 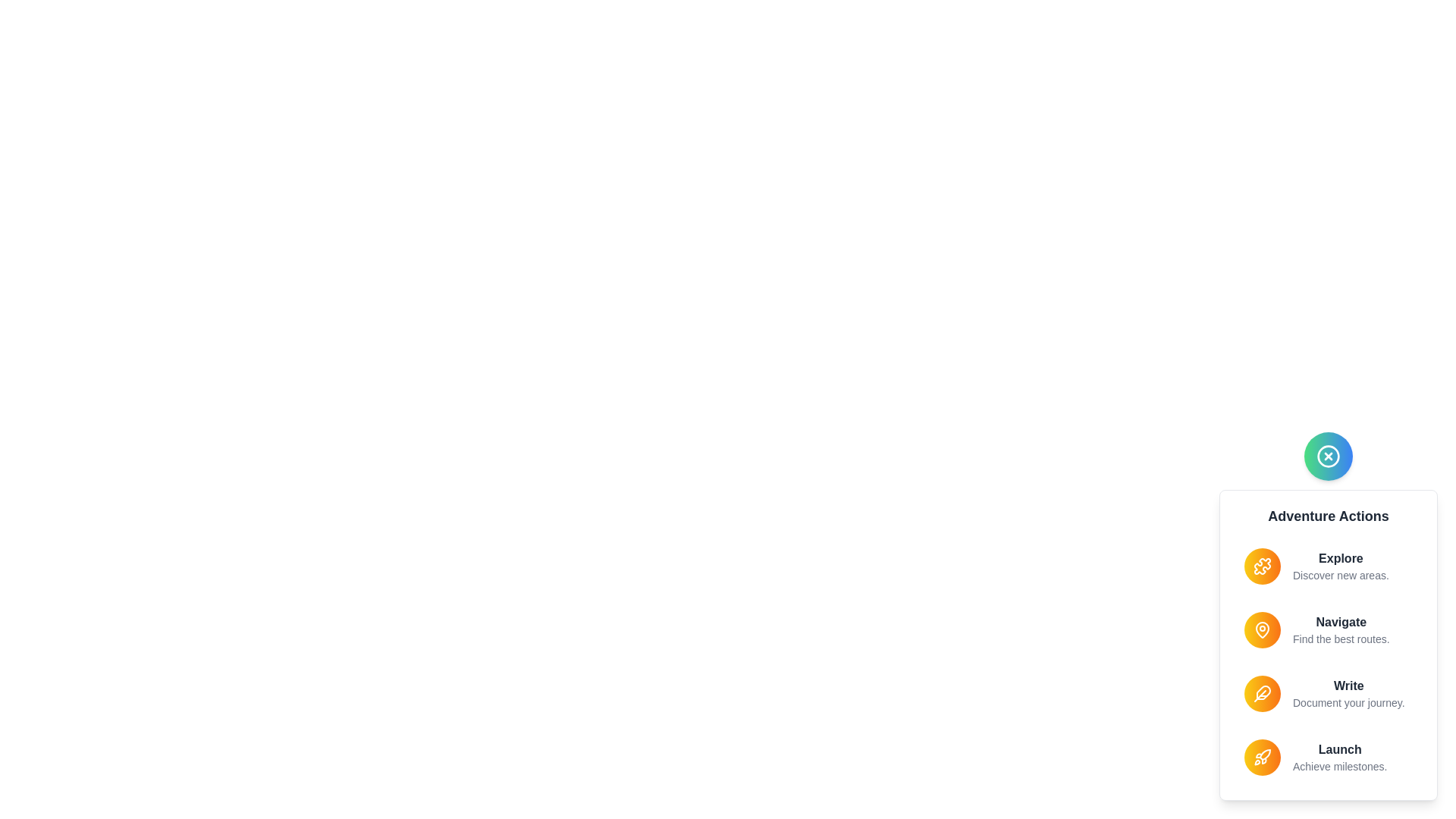 What do you see at coordinates (1328, 758) in the screenshot?
I see `the action Launch from the menu by clicking its respective item` at bounding box center [1328, 758].